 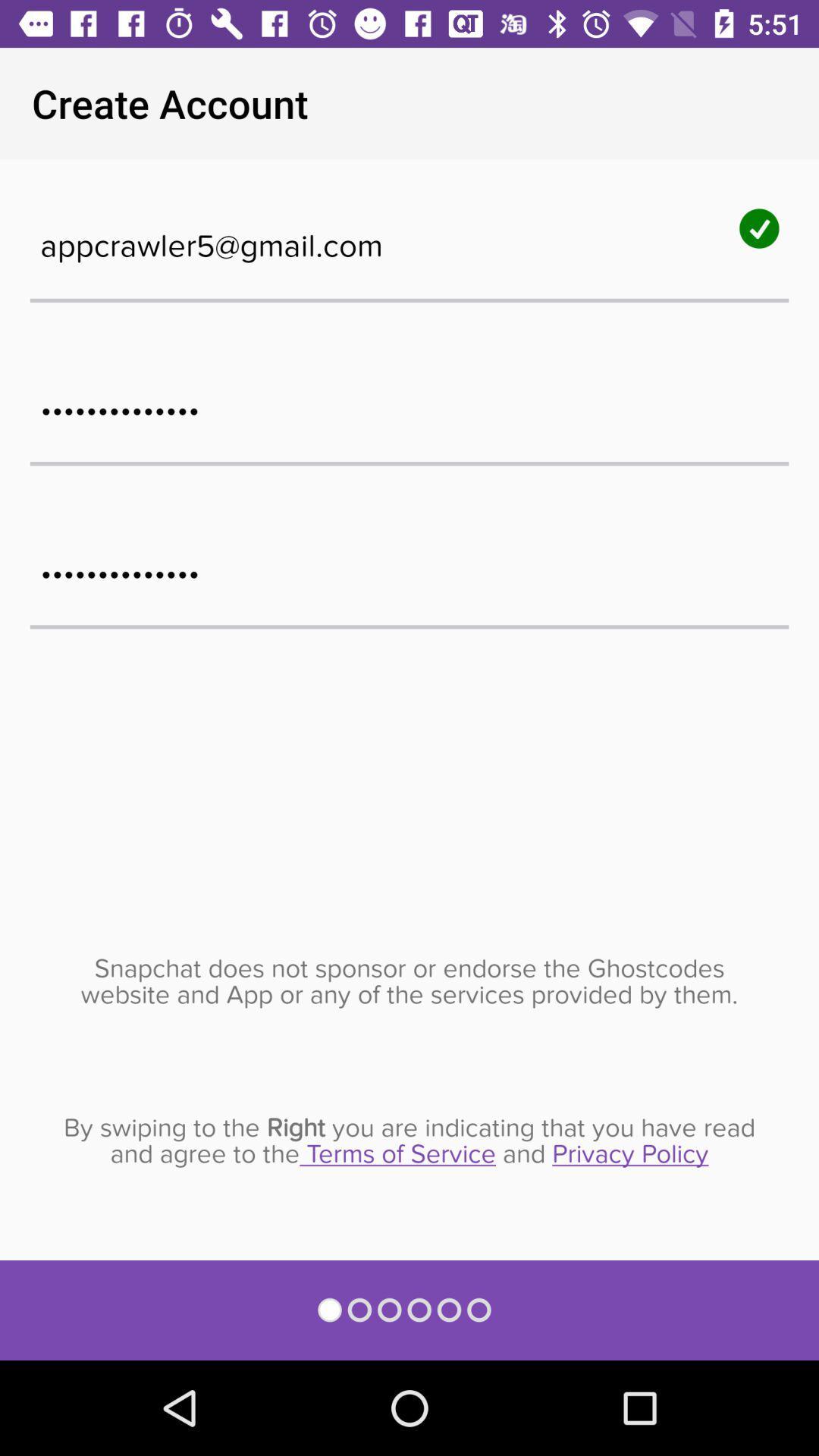 I want to click on icon below the create account, so click(x=409, y=237).